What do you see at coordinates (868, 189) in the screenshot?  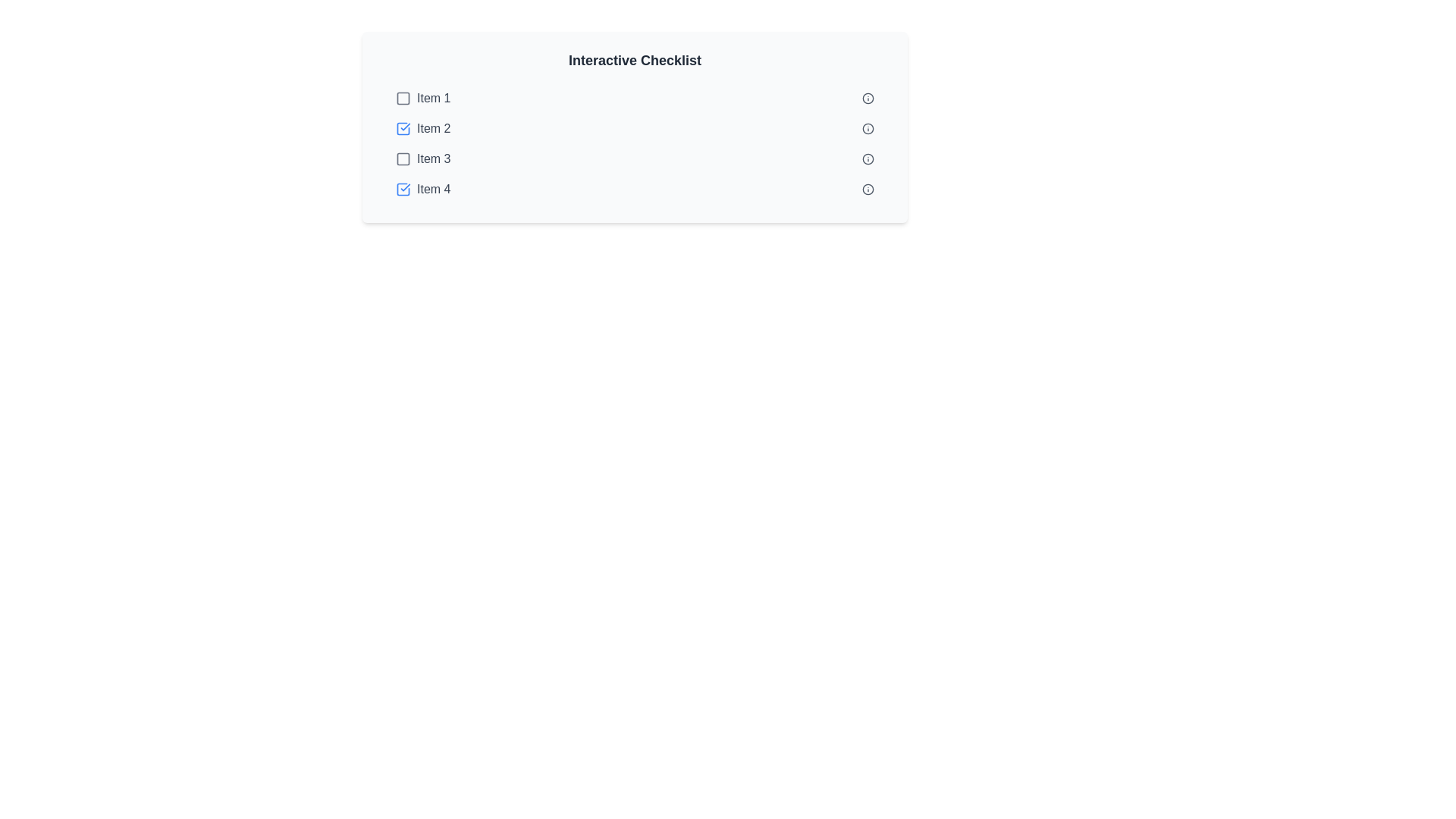 I see `the information icon for task 4` at bounding box center [868, 189].